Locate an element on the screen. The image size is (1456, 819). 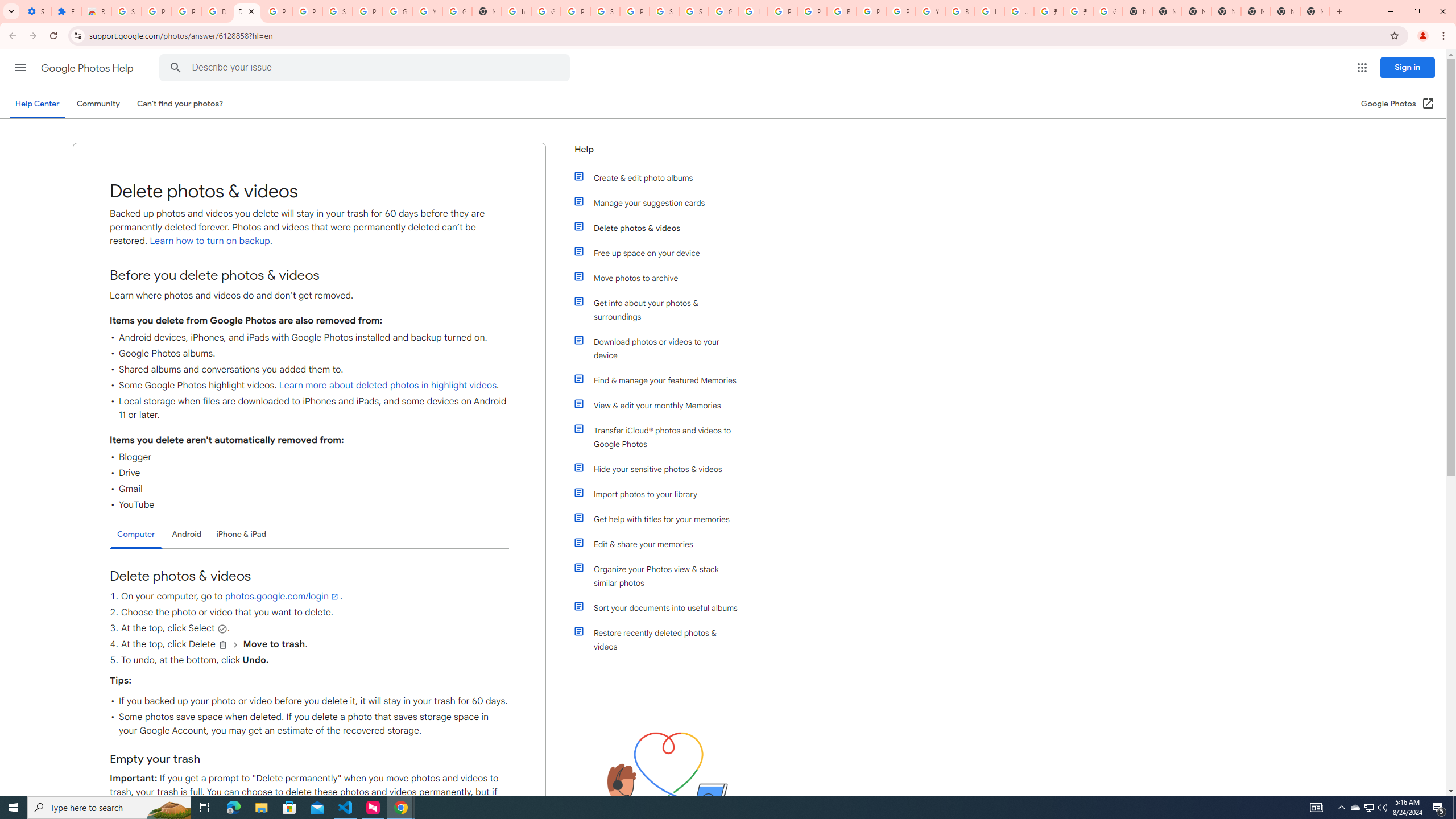
'Create & edit photo albums' is located at coordinates (661, 178).